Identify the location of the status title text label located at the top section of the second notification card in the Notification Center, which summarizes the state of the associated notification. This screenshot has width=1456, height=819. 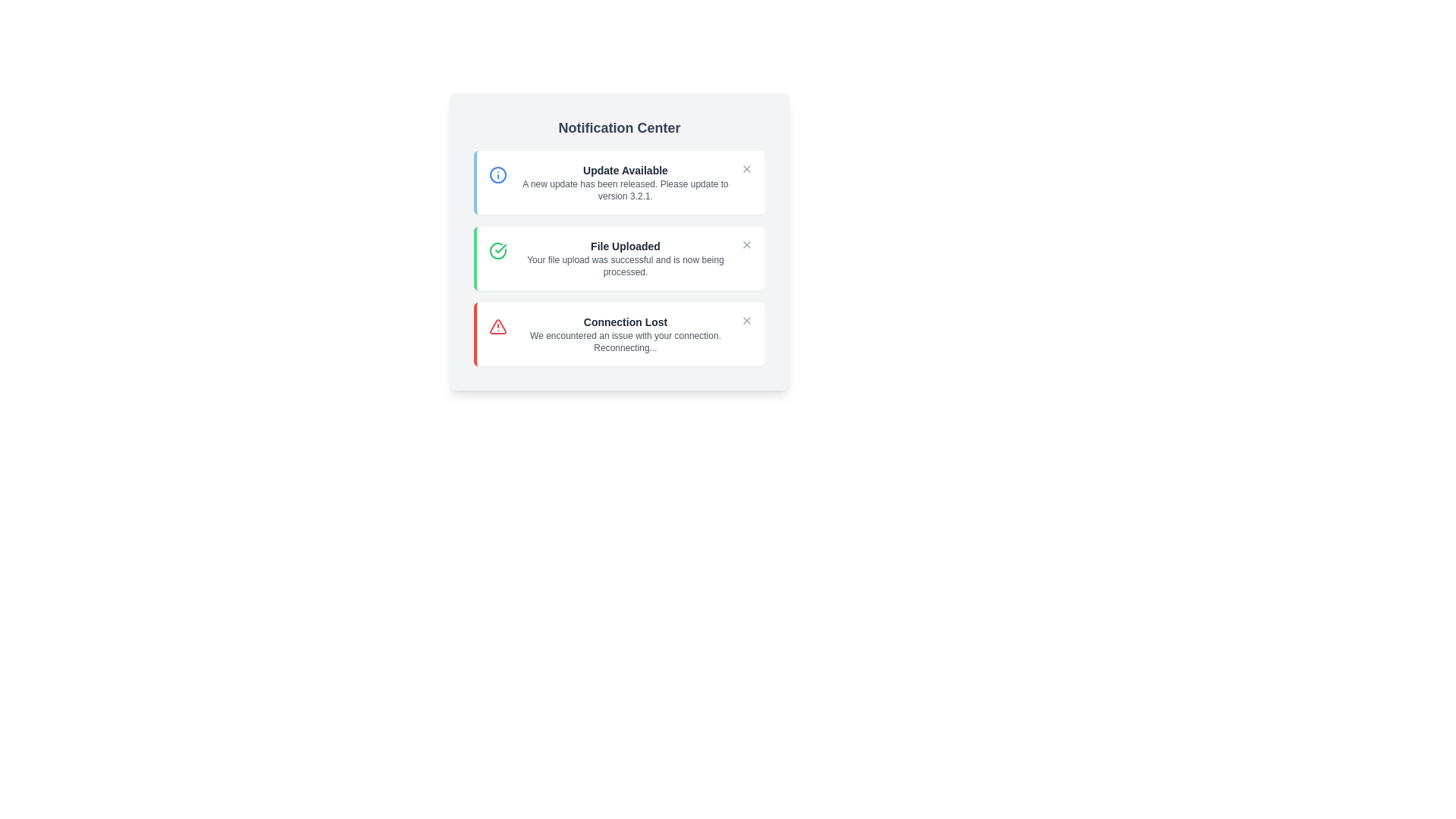
(626, 245).